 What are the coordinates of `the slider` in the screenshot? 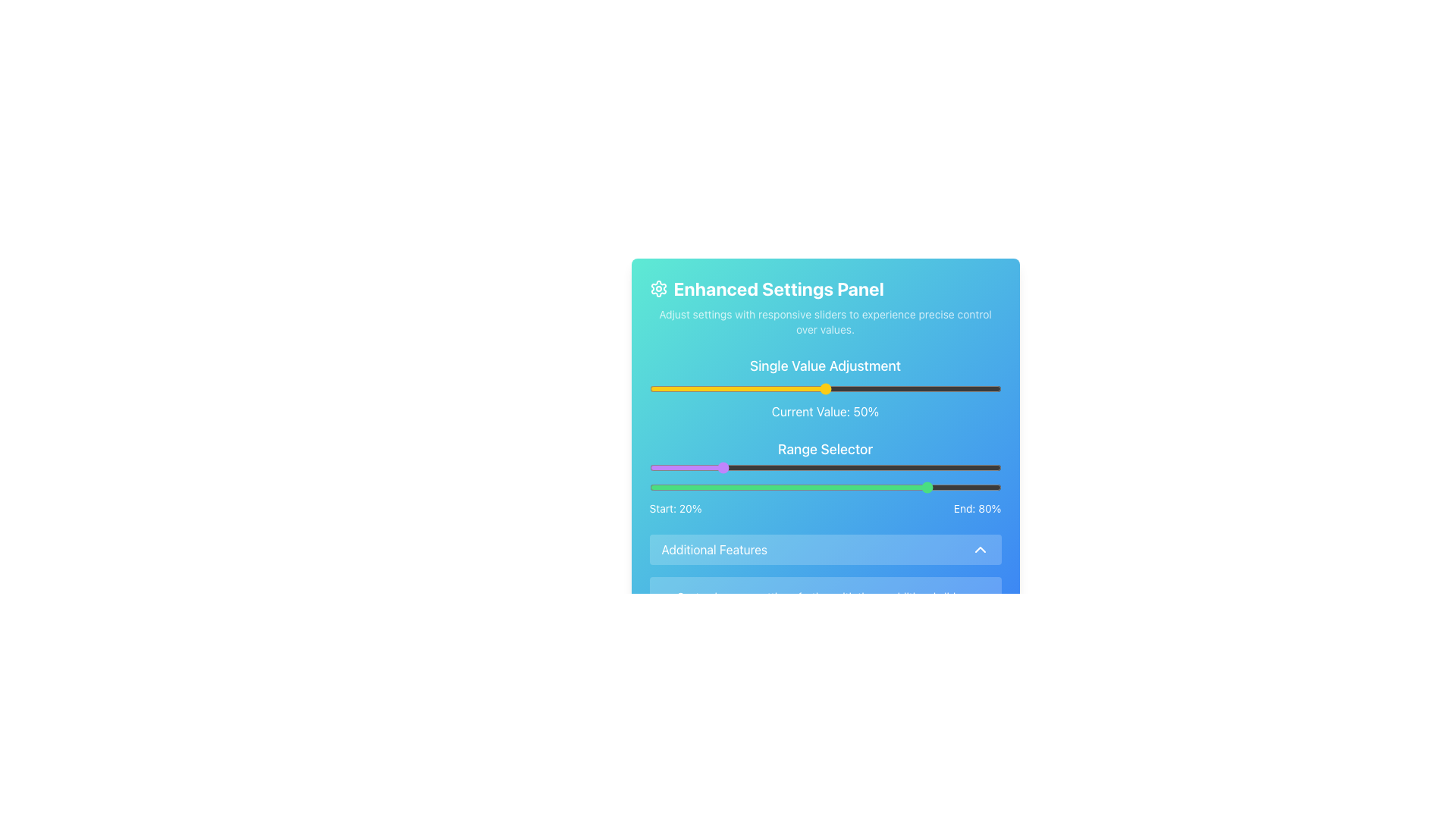 It's located at (885, 488).